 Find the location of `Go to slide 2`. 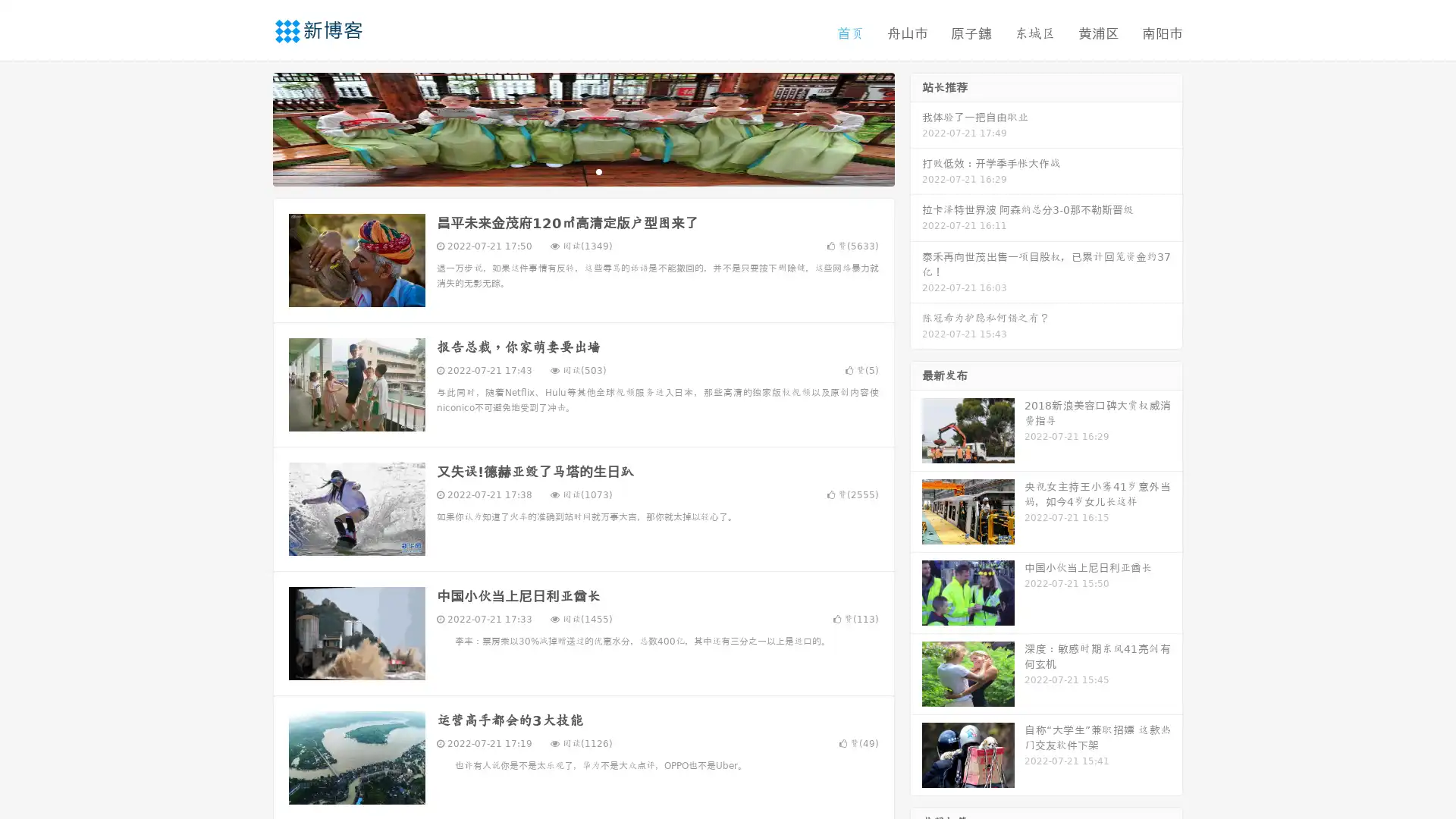

Go to slide 2 is located at coordinates (582, 171).